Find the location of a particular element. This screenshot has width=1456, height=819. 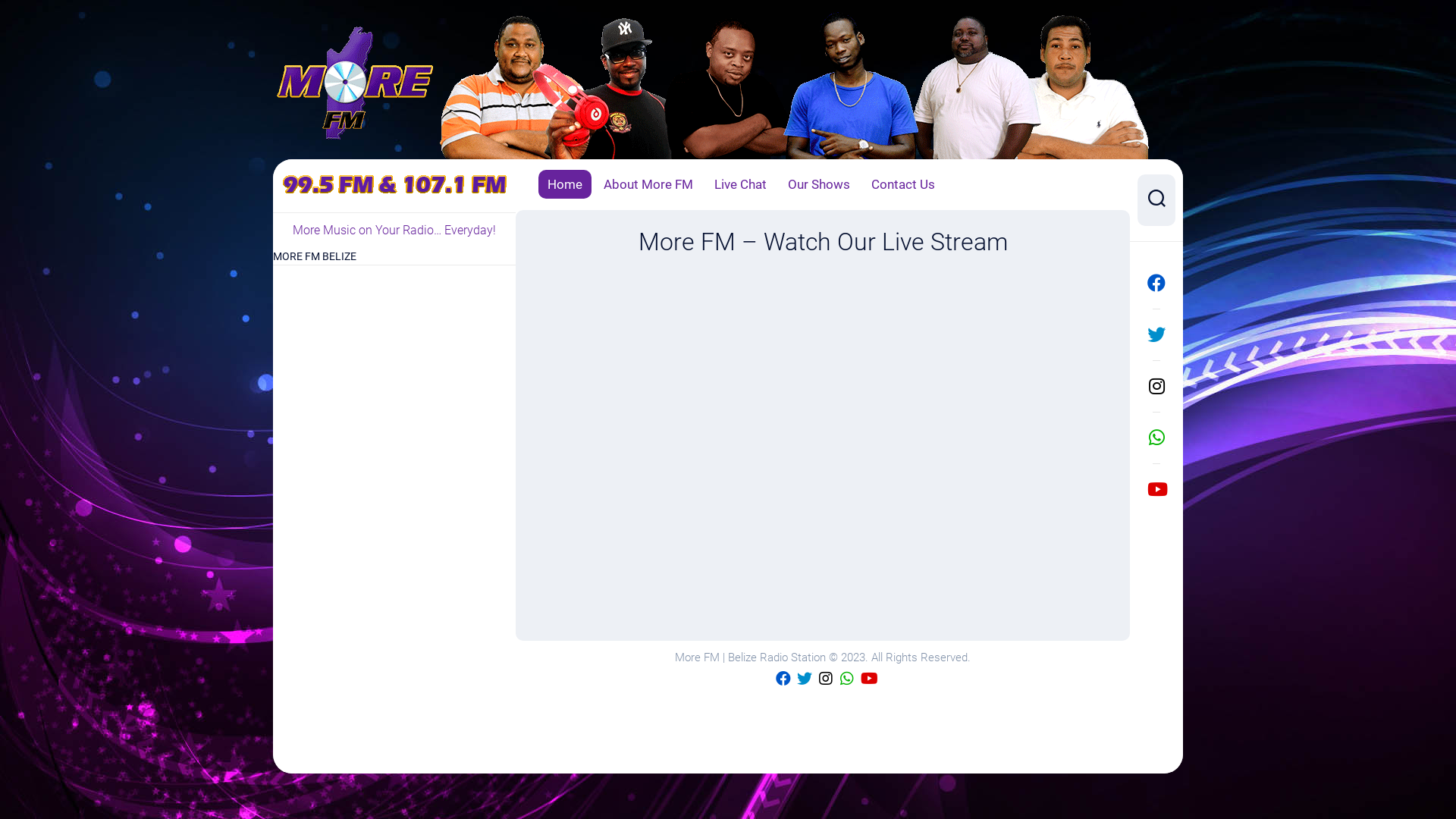

'Home' is located at coordinates (563, 184).